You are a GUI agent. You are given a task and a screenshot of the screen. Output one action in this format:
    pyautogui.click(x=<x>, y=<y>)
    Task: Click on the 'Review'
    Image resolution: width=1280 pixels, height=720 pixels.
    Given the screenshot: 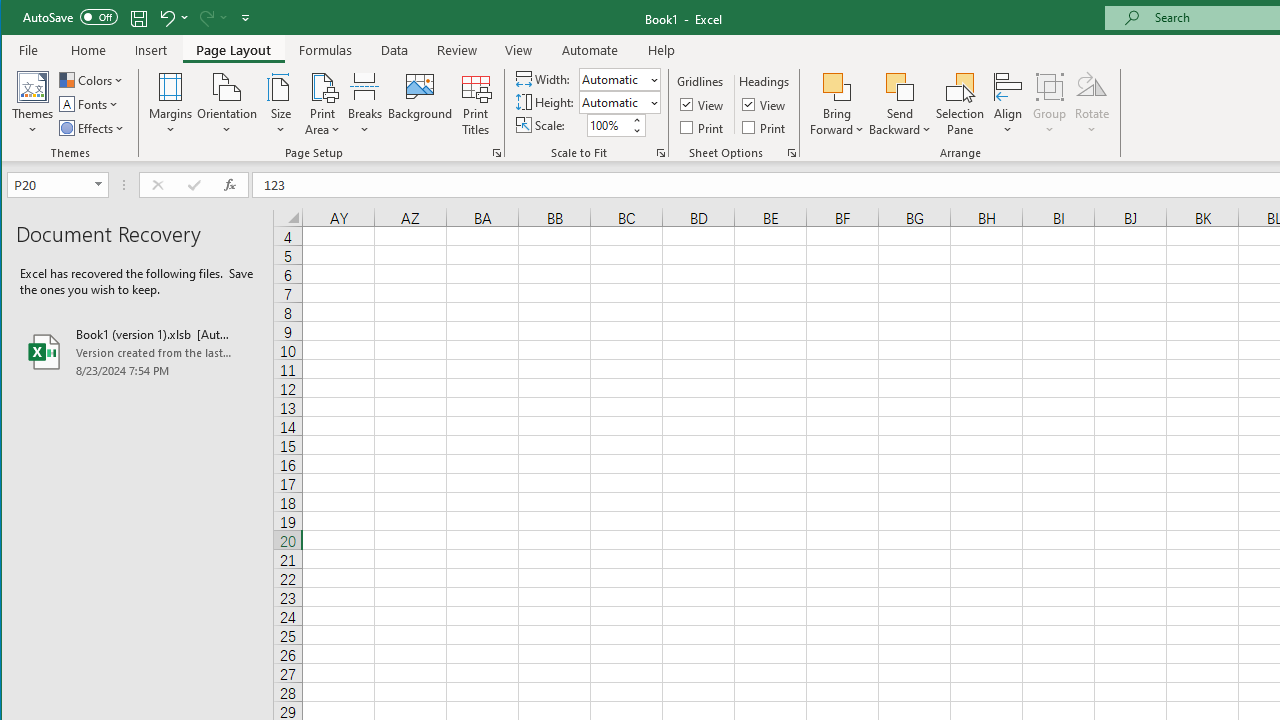 What is the action you would take?
    pyautogui.click(x=455, y=49)
    